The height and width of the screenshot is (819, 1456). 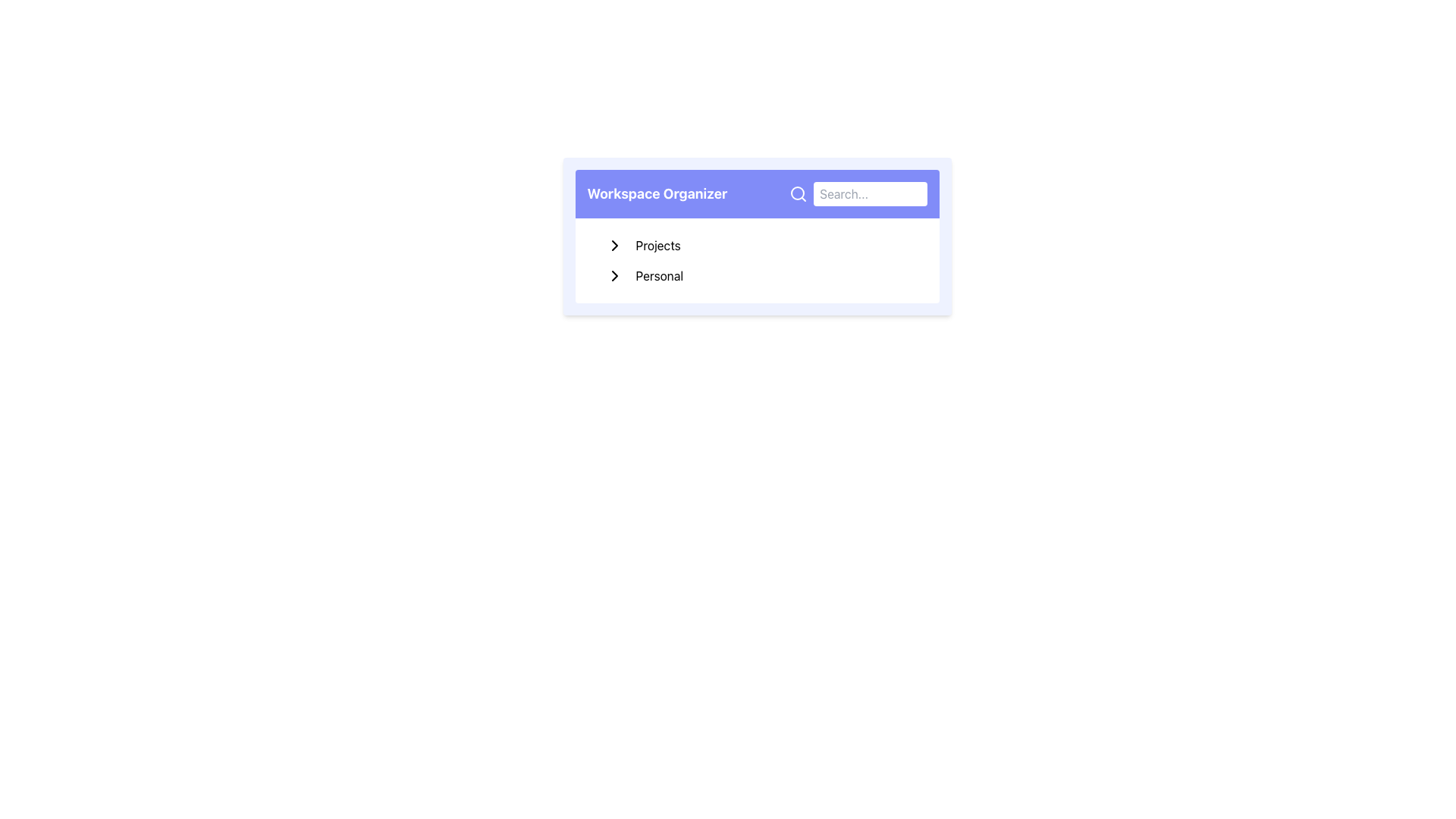 What do you see at coordinates (658, 245) in the screenshot?
I see `text label 'Projects' located under the 'Workspace Organizer' section in the menu, which is the first item and is adjacent to a collapsible arrow icon` at bounding box center [658, 245].